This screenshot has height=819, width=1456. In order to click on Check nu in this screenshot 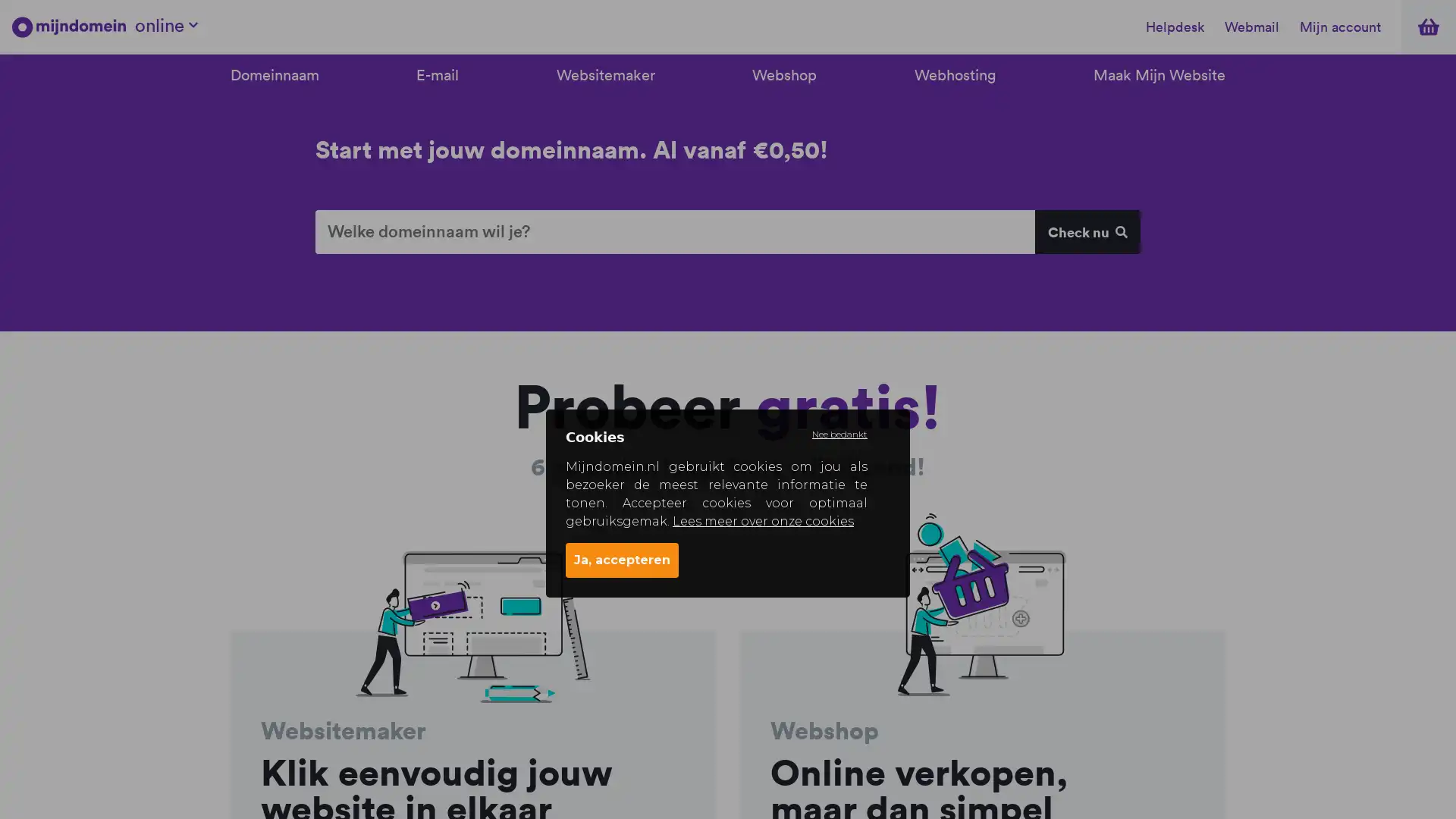, I will do `click(1086, 231)`.